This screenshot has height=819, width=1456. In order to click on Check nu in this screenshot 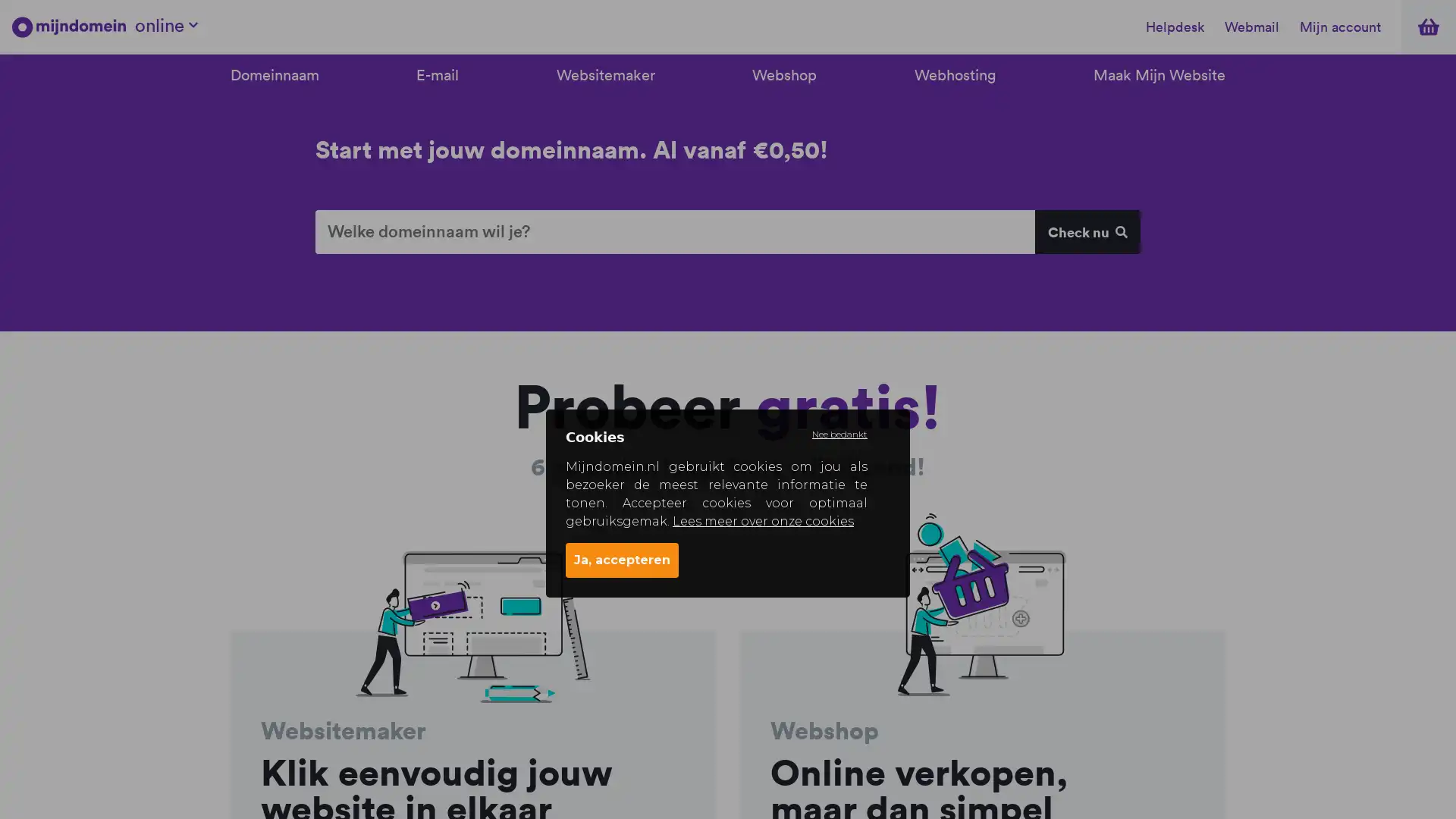, I will do `click(1086, 231)`.